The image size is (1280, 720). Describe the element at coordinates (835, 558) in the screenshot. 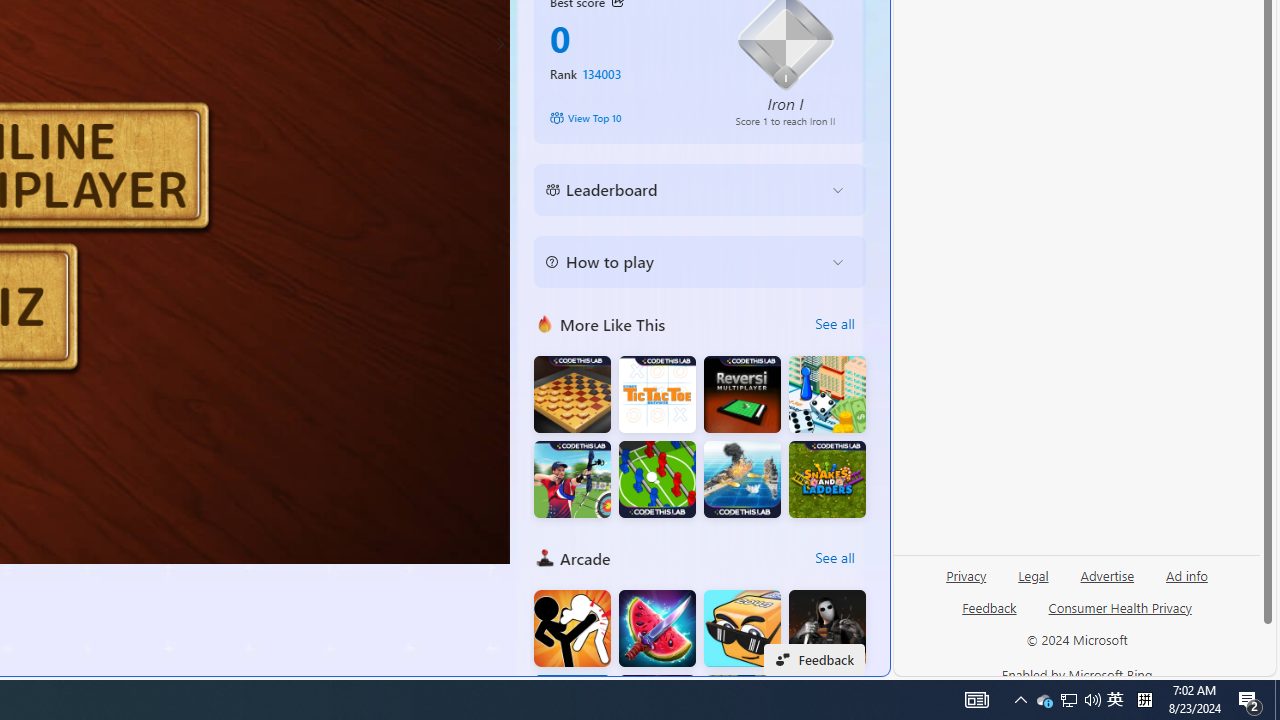

I see `'See all'` at that location.